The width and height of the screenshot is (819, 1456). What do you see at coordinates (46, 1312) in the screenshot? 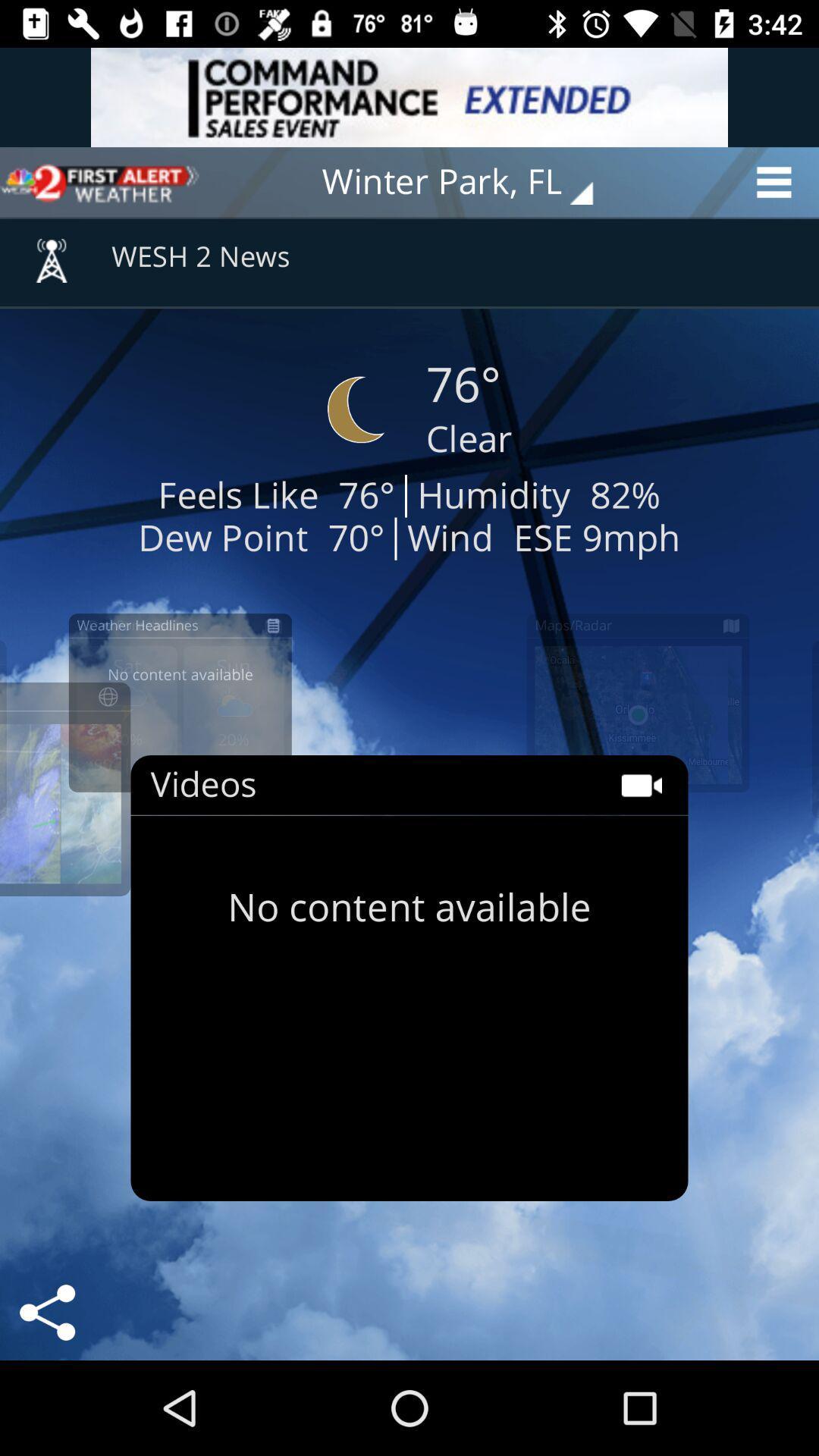
I see `the share icon` at bounding box center [46, 1312].